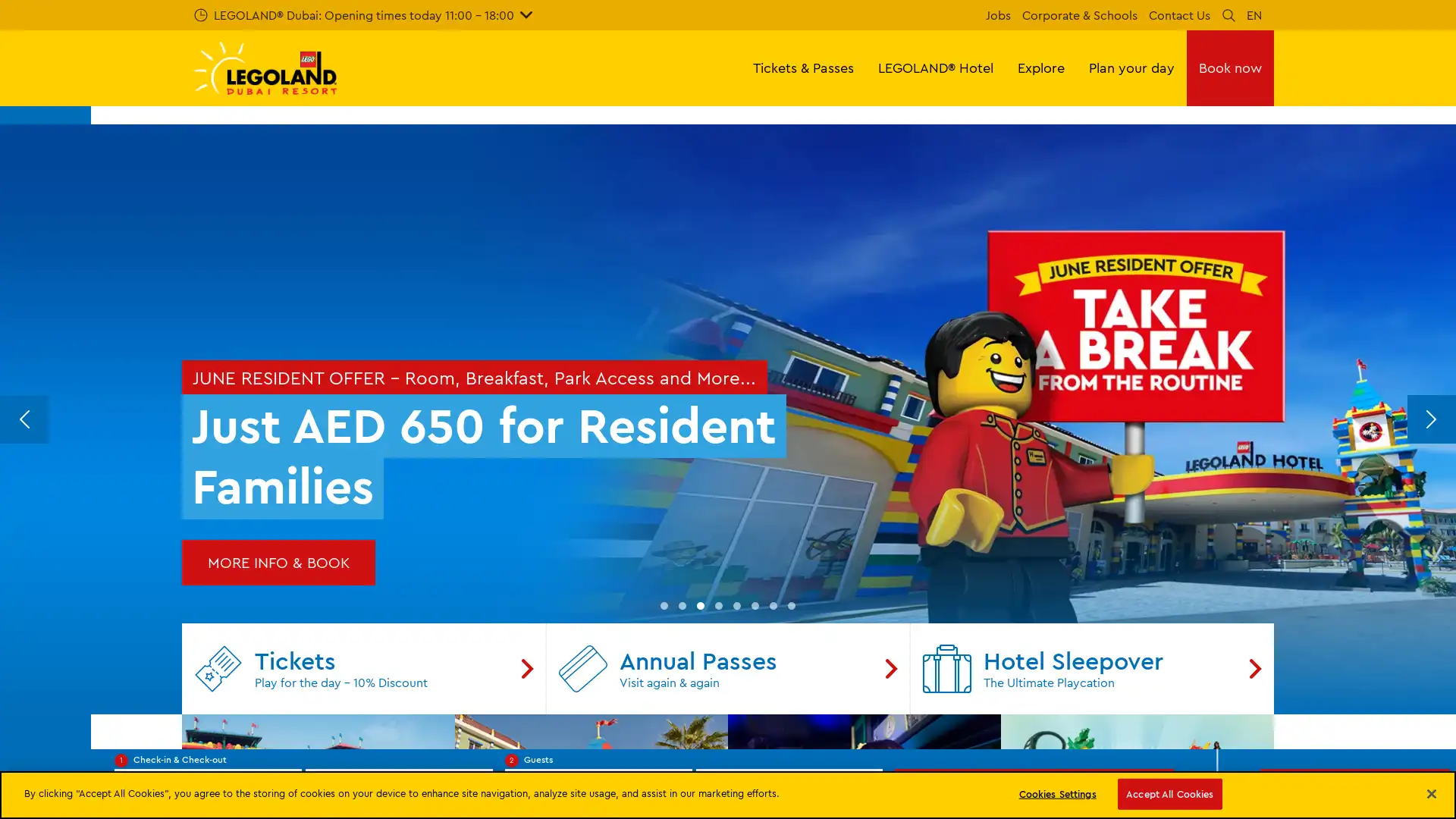  What do you see at coordinates (1056, 792) in the screenshot?
I see `Cookies Settings` at bounding box center [1056, 792].